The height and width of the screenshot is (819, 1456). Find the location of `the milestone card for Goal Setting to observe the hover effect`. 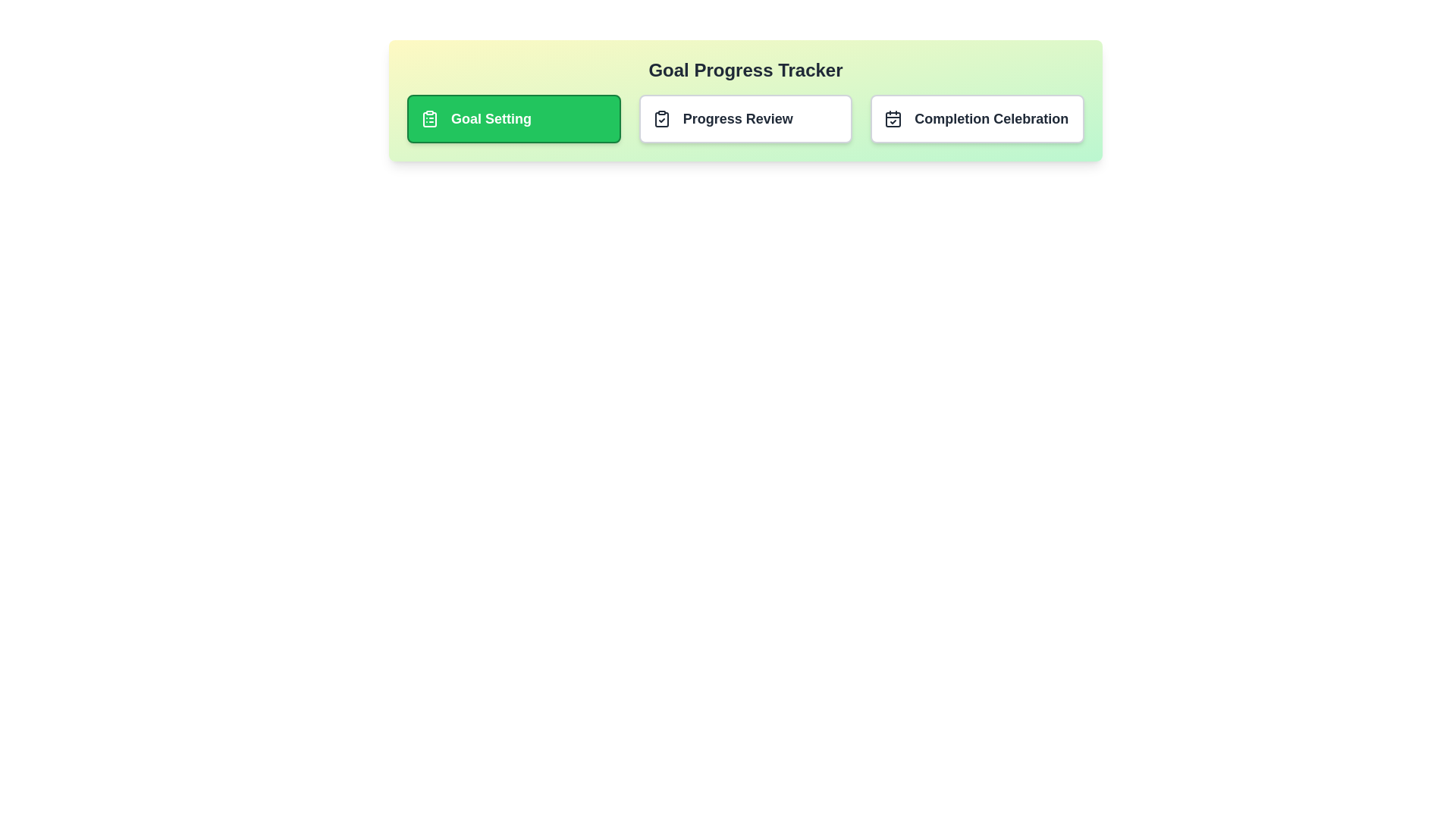

the milestone card for Goal Setting to observe the hover effect is located at coordinates (513, 118).